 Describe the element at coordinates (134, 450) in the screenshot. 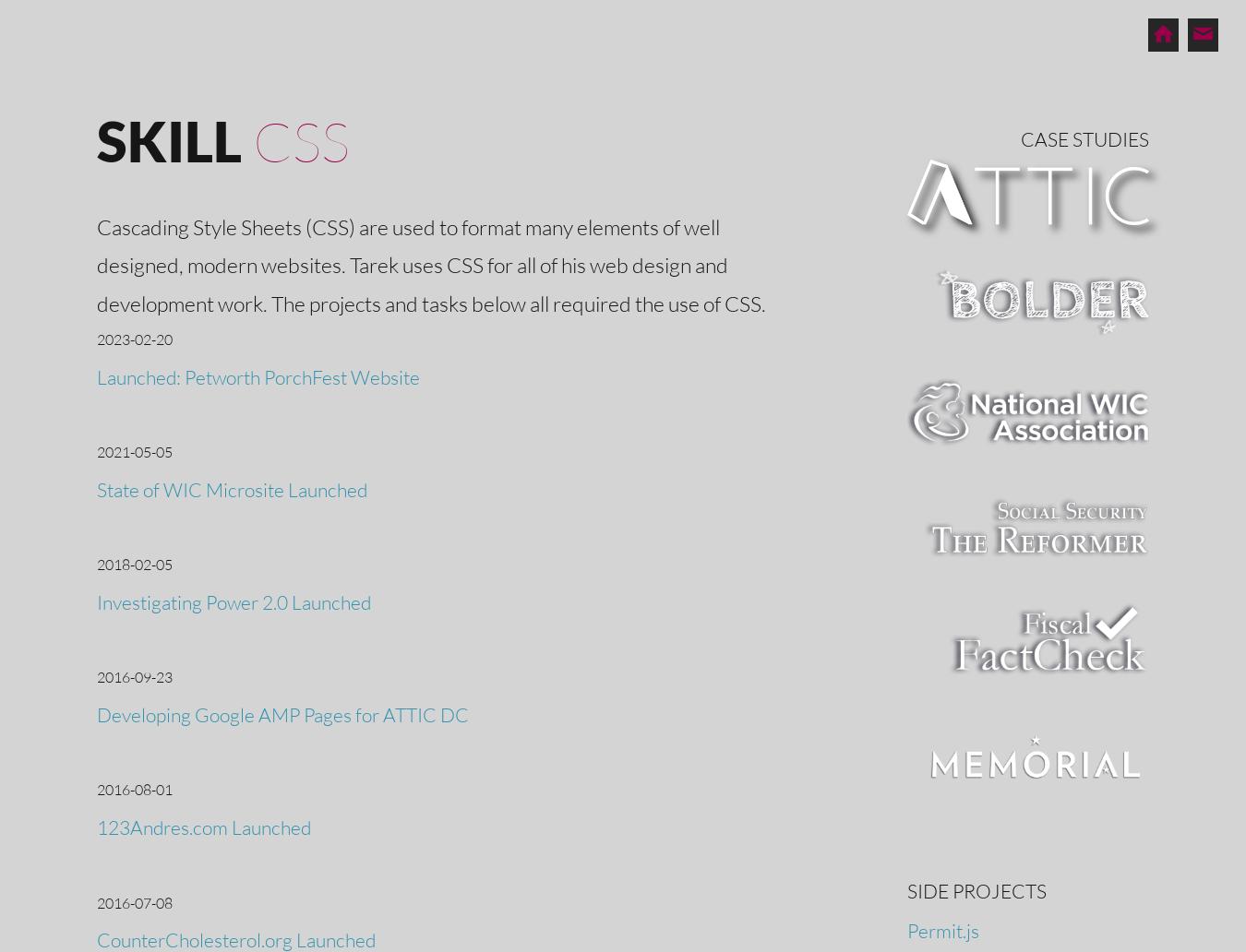

I see `'2021-05-05'` at that location.